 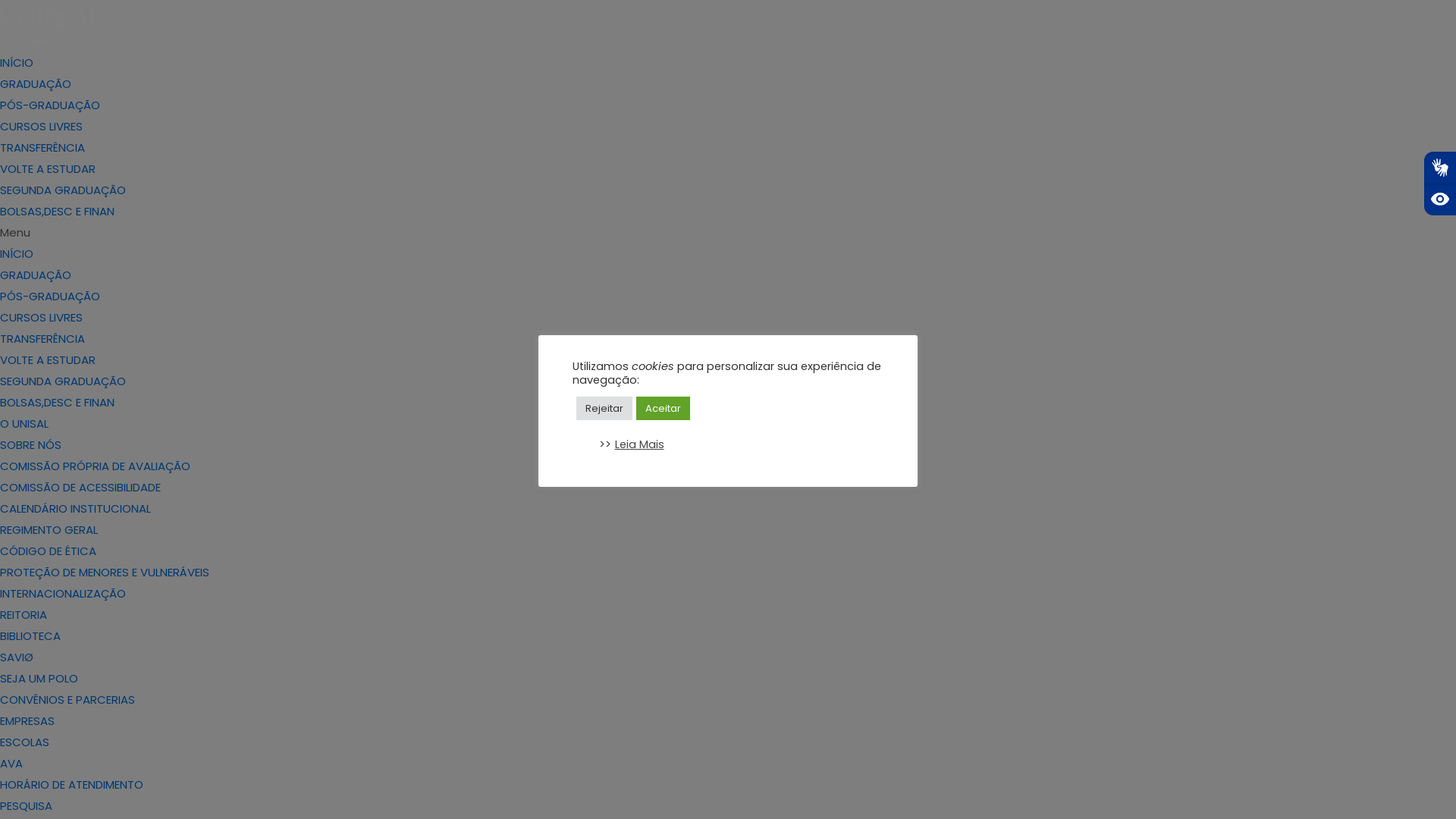 I want to click on 'AVA', so click(x=11, y=763).